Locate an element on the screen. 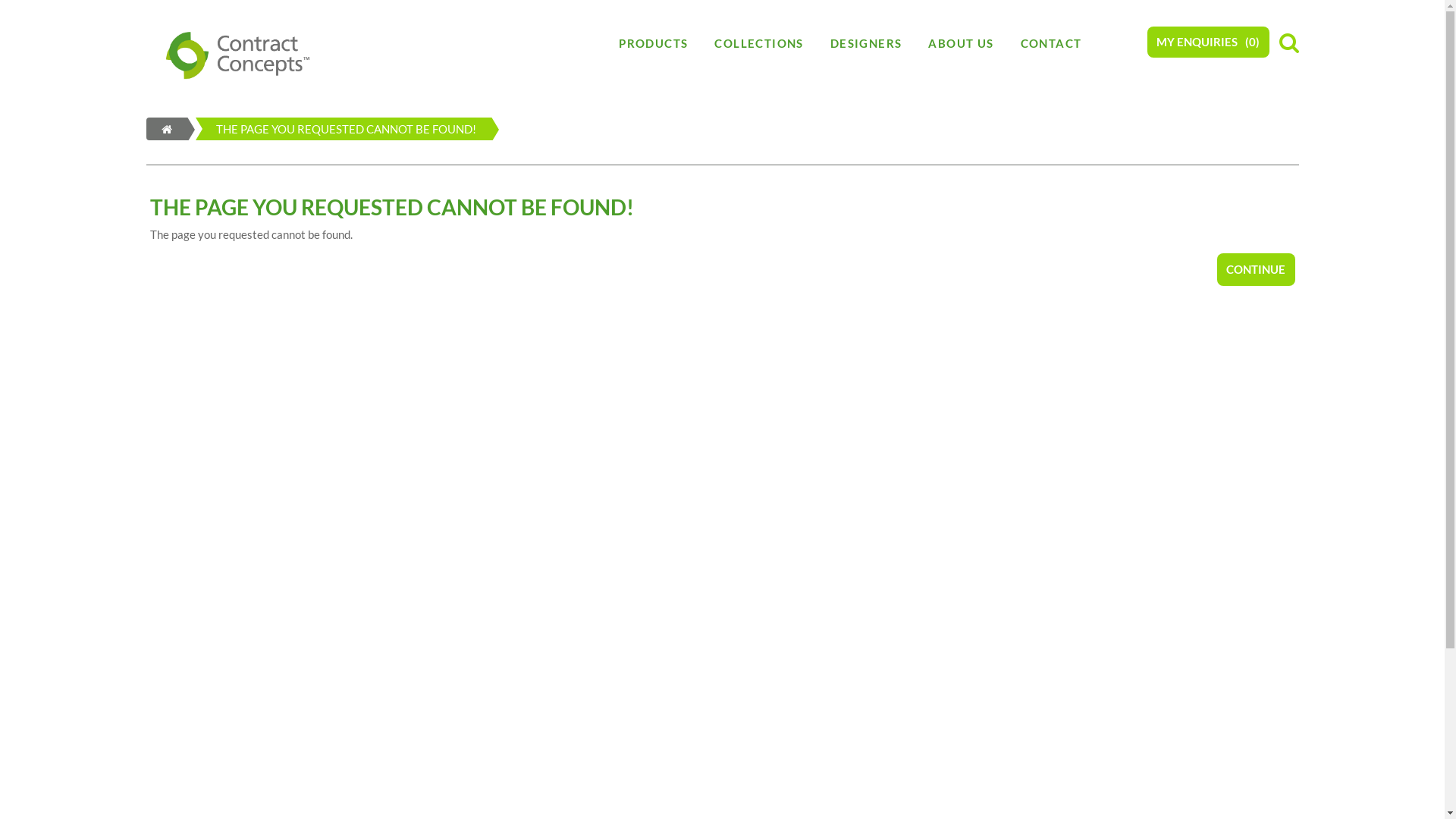 The image size is (1456, 819). 'COLLECTIONS' is located at coordinates (758, 42).